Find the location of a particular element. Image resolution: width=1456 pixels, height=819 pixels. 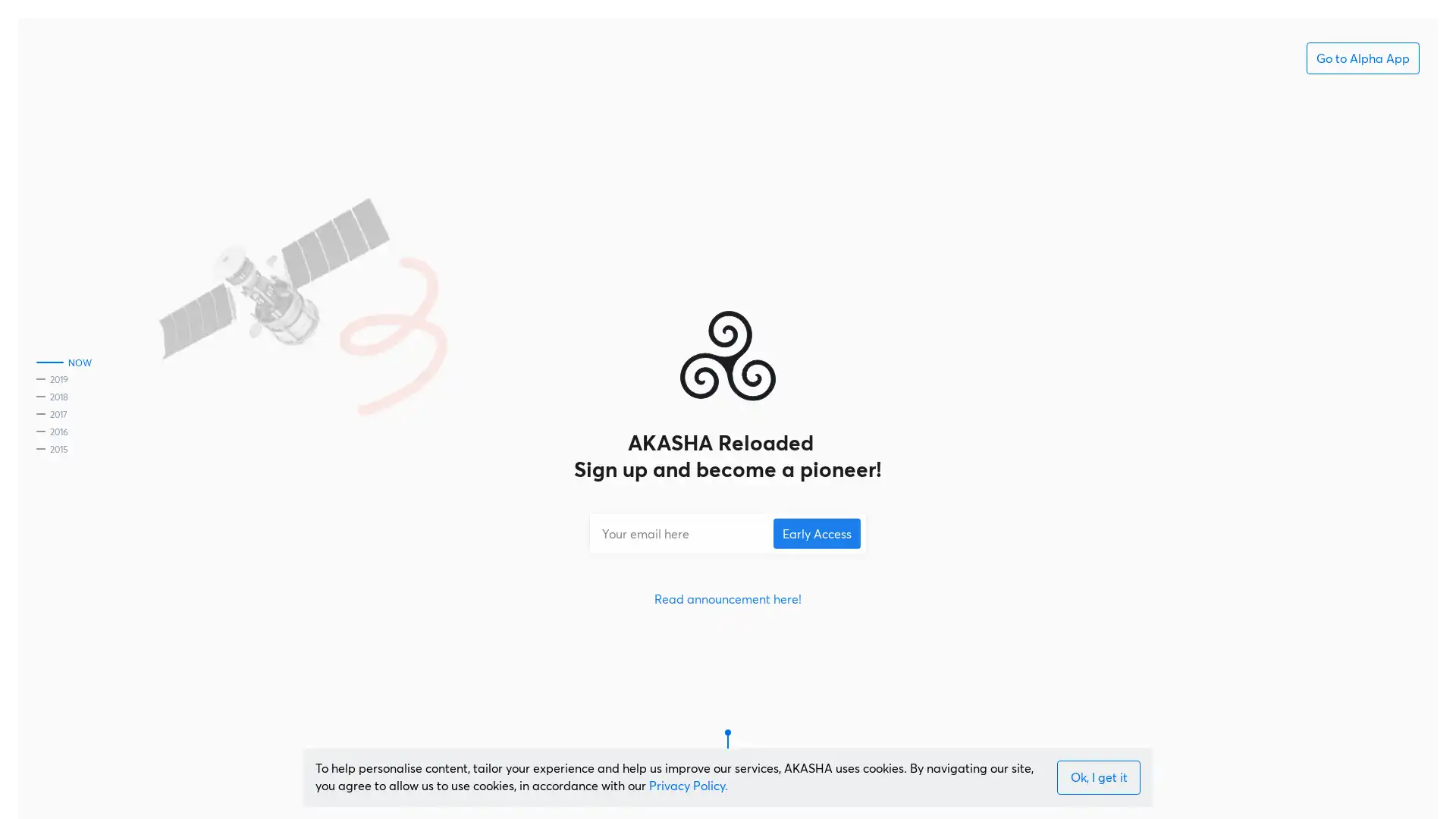

2015 is located at coordinates (52, 449).